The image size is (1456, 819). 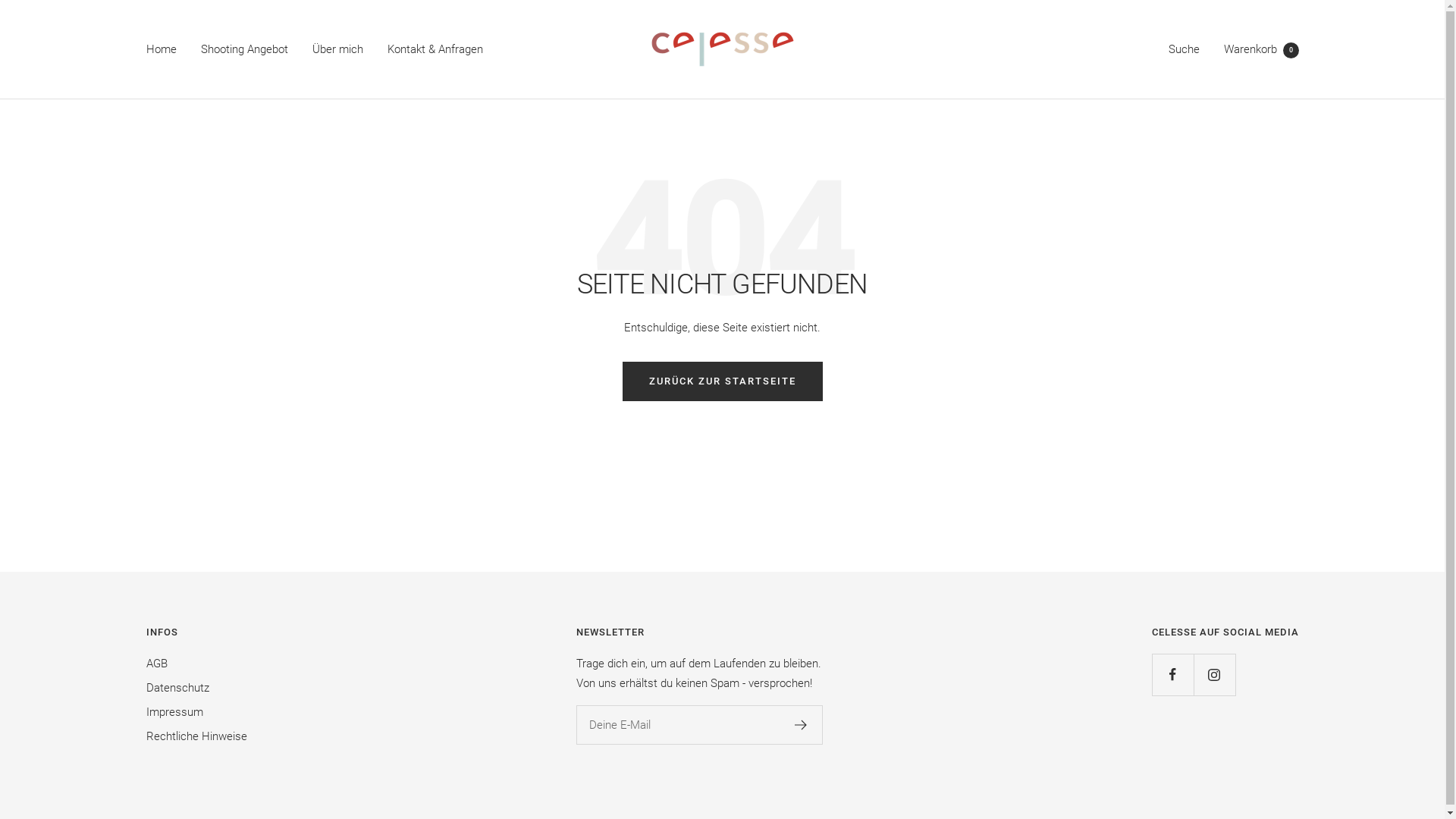 What do you see at coordinates (800, 724) in the screenshot?
I see `'Registrieren'` at bounding box center [800, 724].